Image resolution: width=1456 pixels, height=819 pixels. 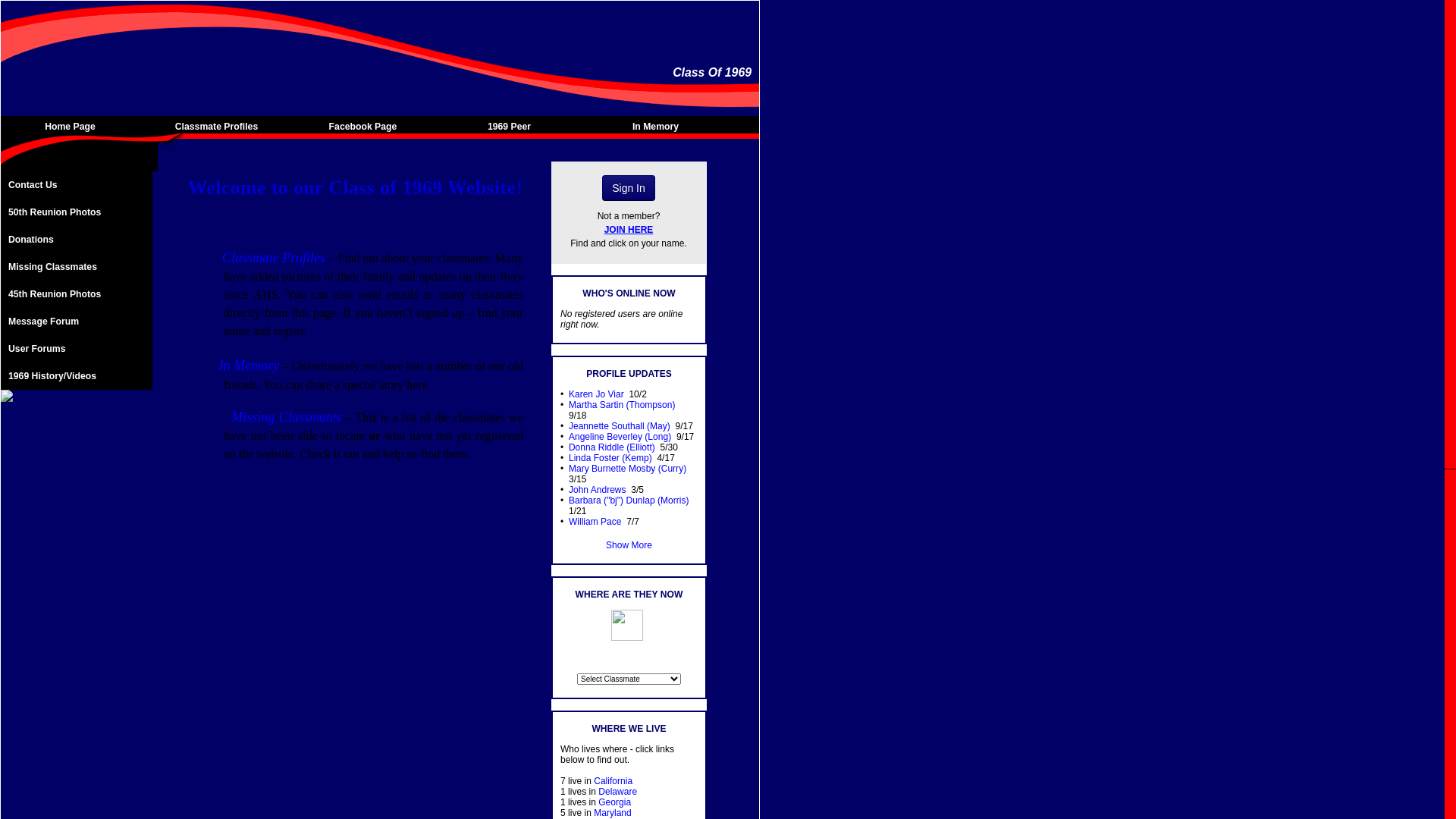 What do you see at coordinates (75, 265) in the screenshot?
I see `'Missing Classmates'` at bounding box center [75, 265].